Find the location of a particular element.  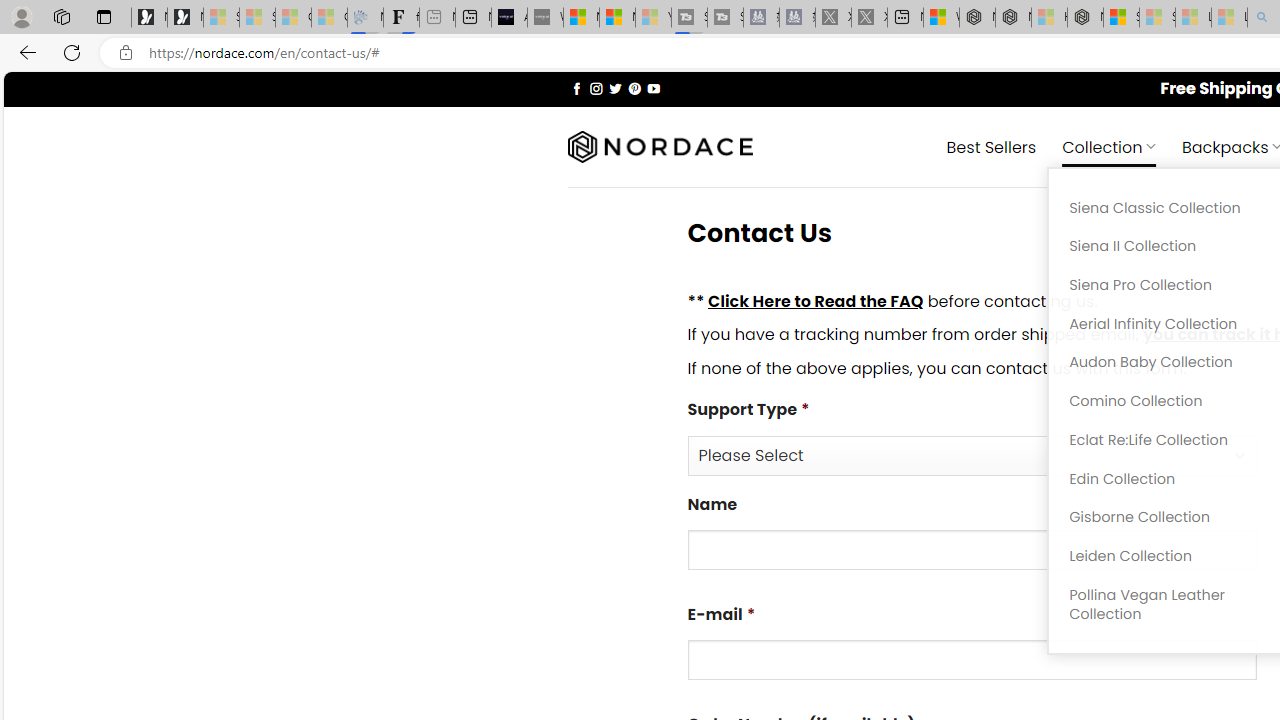

'Follow on Instagram' is located at coordinates (595, 87).